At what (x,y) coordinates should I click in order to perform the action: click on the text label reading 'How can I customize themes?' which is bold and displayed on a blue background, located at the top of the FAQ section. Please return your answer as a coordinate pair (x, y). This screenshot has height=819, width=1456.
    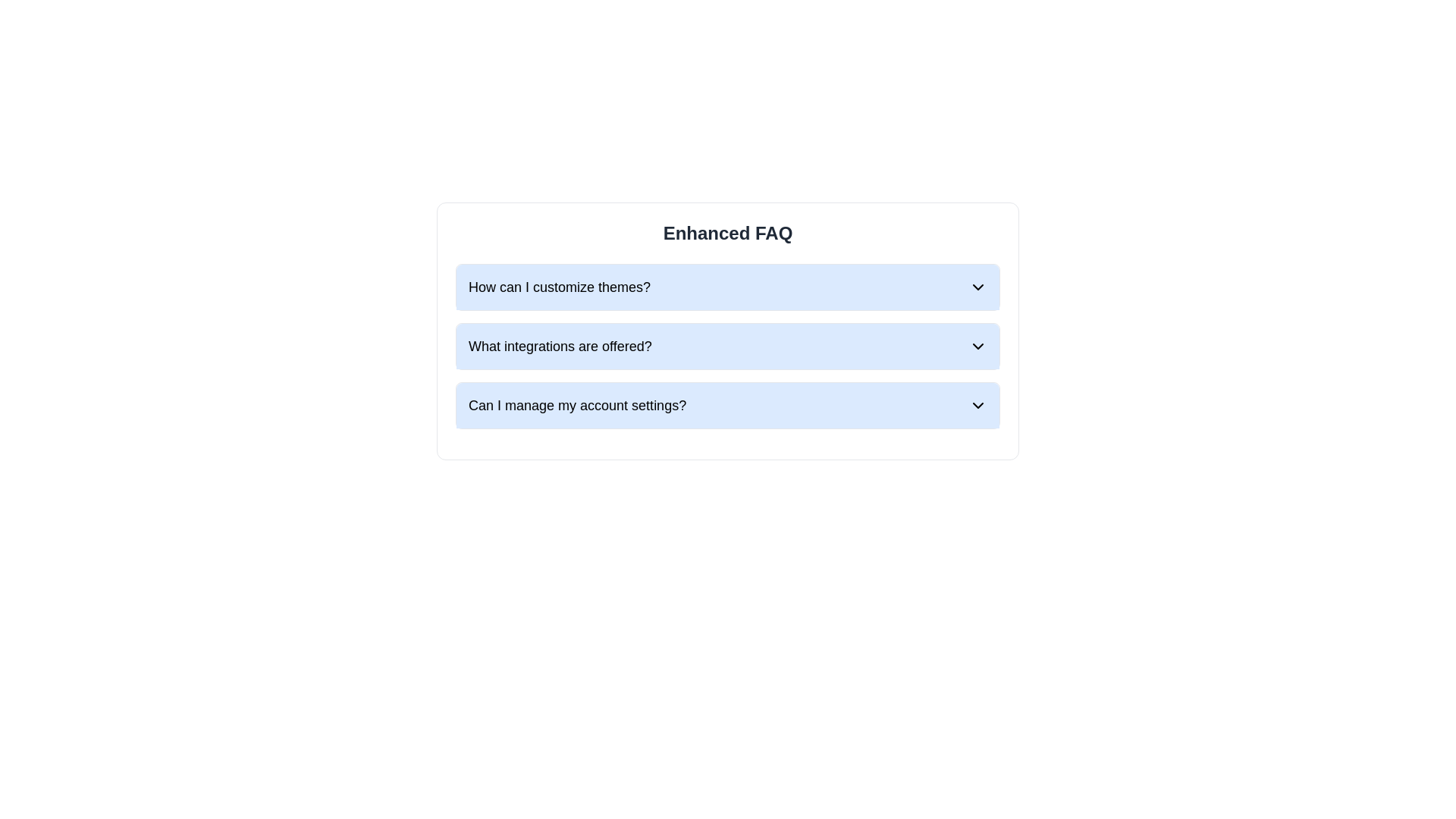
    Looking at the image, I should click on (559, 287).